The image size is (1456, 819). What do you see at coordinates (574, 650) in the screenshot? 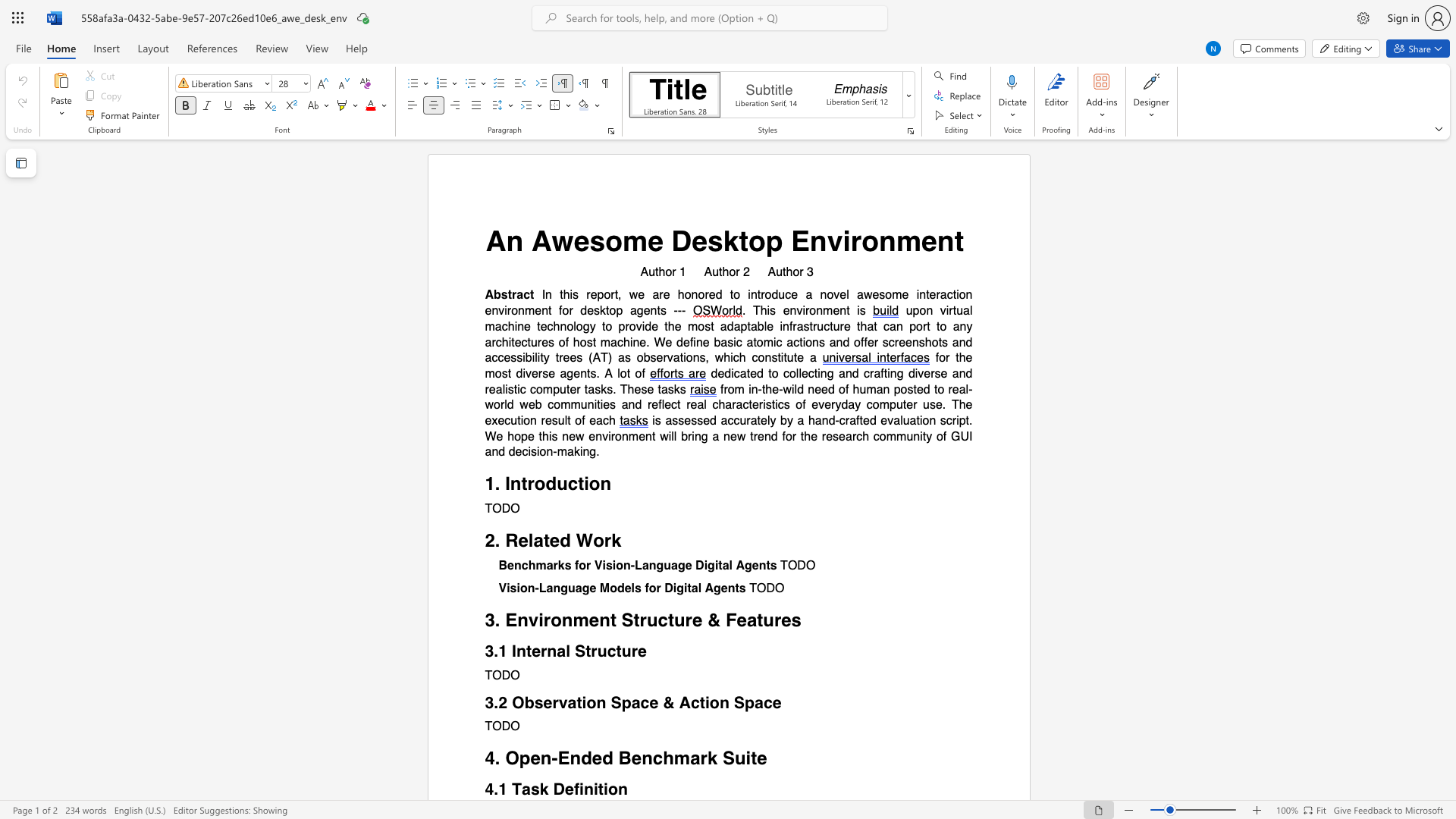
I see `the subset text "Str" within the text "3.1 Internal Structure"` at bounding box center [574, 650].